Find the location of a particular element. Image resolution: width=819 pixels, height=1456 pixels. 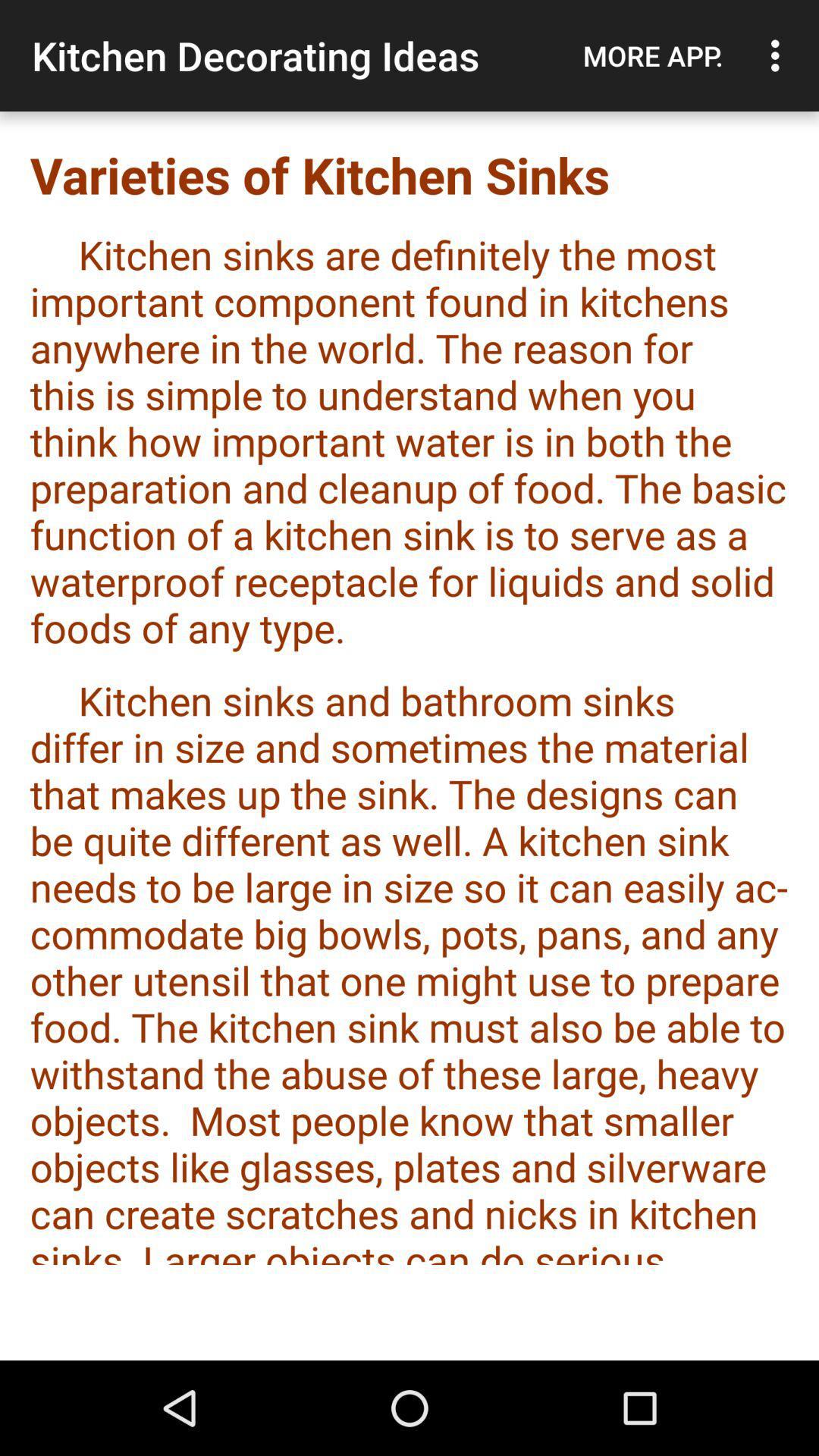

the more app. item is located at coordinates (652, 55).